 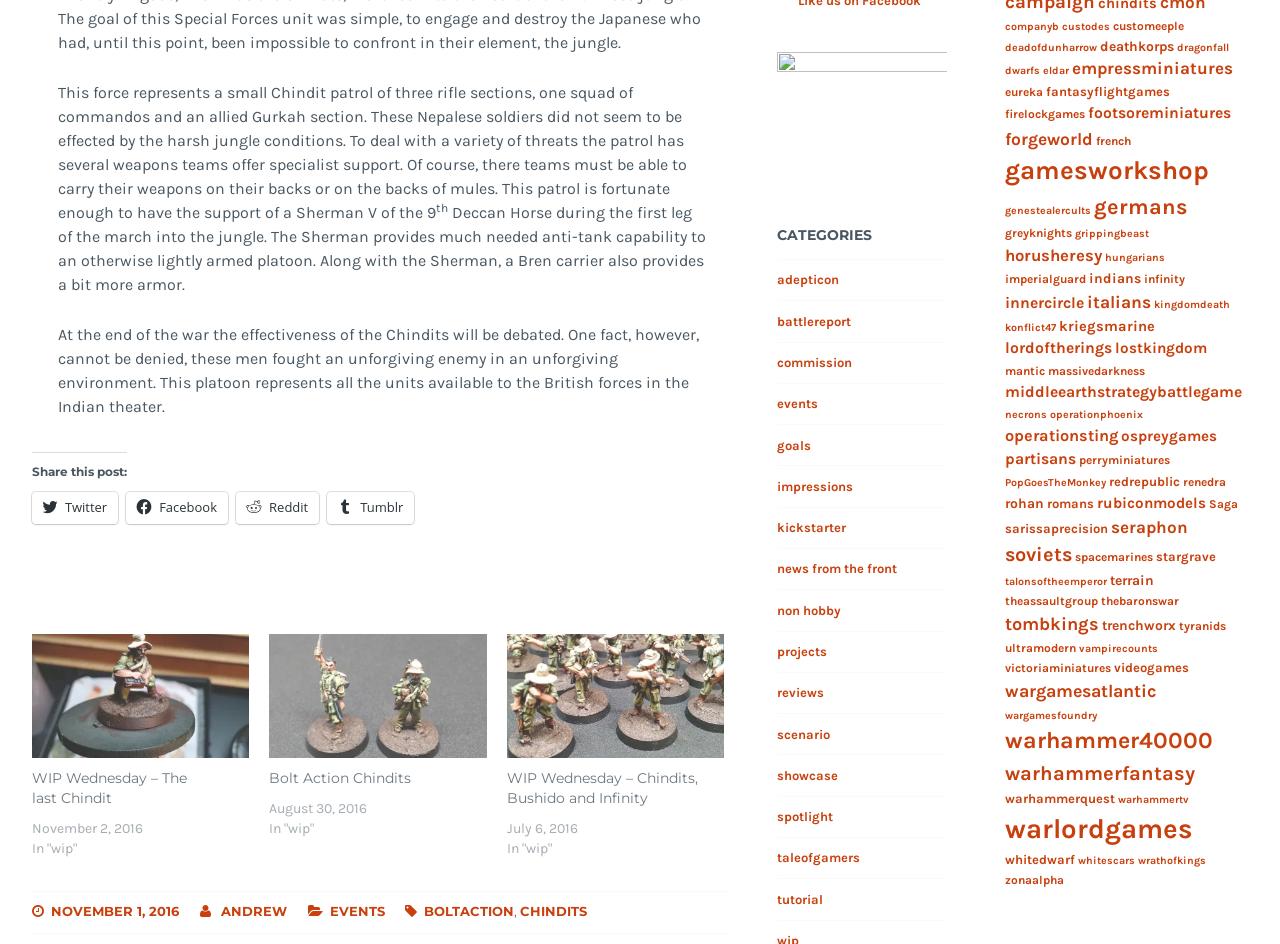 What do you see at coordinates (1202, 480) in the screenshot?
I see `'renedra'` at bounding box center [1202, 480].